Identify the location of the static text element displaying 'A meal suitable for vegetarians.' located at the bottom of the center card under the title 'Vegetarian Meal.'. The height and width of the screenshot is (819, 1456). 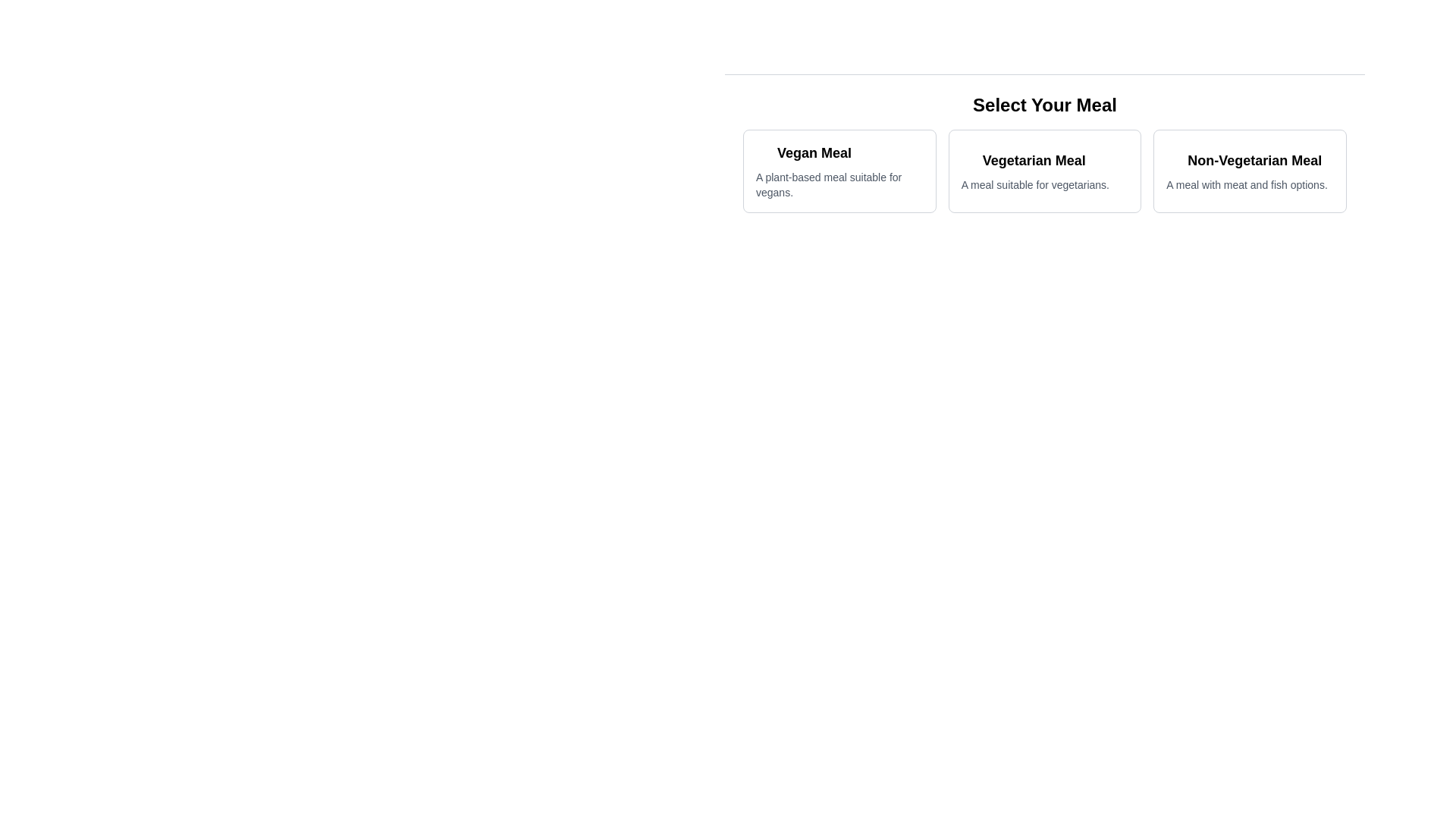
(1043, 184).